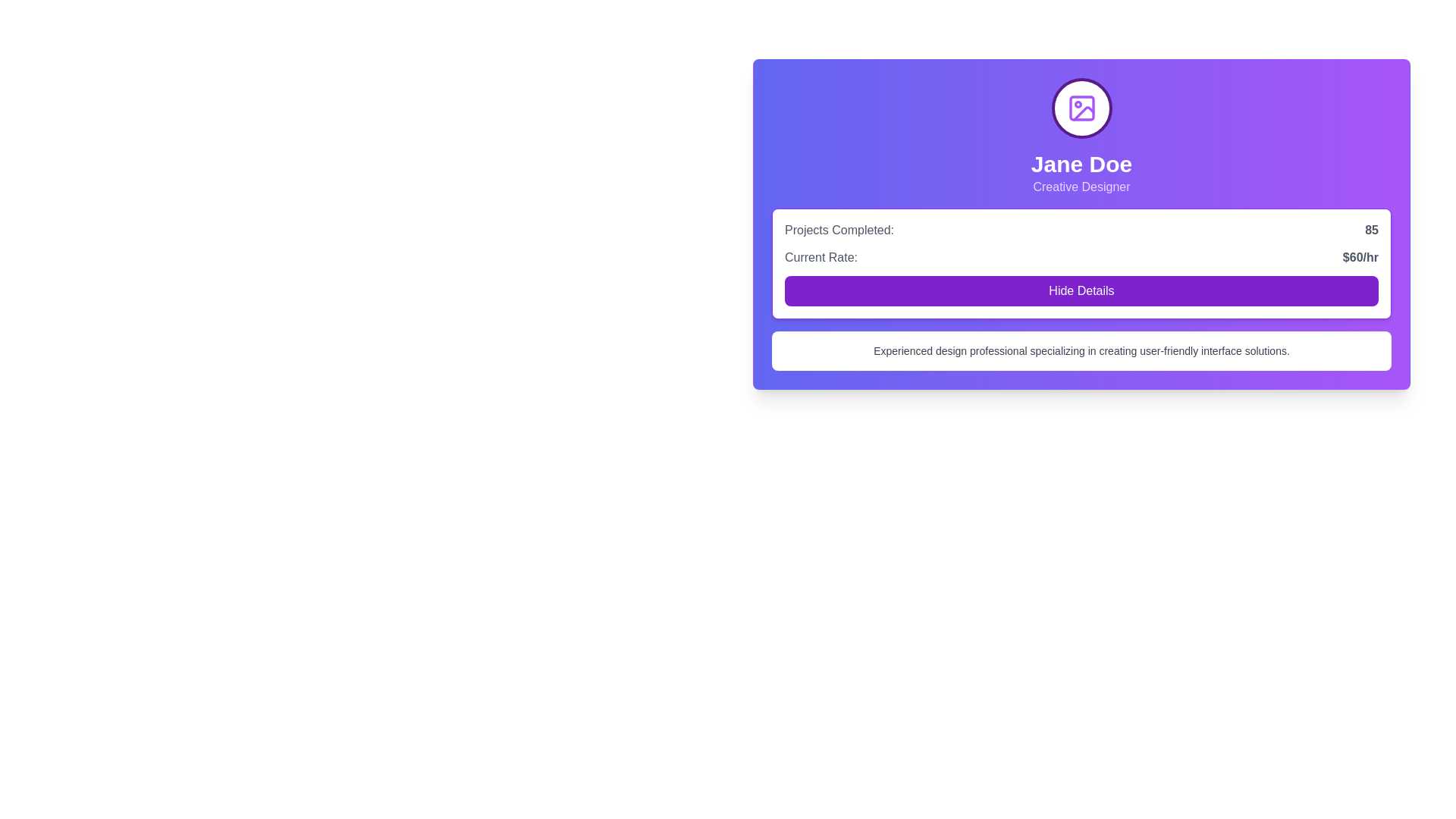 Image resolution: width=1456 pixels, height=819 pixels. Describe the element at coordinates (1081, 164) in the screenshot. I see `the 'Jane Doe' text label, which is styled in a bold, large font and located in a gradient purple header, positioned between an icon above and the 'Creative Designer' label below` at that location.